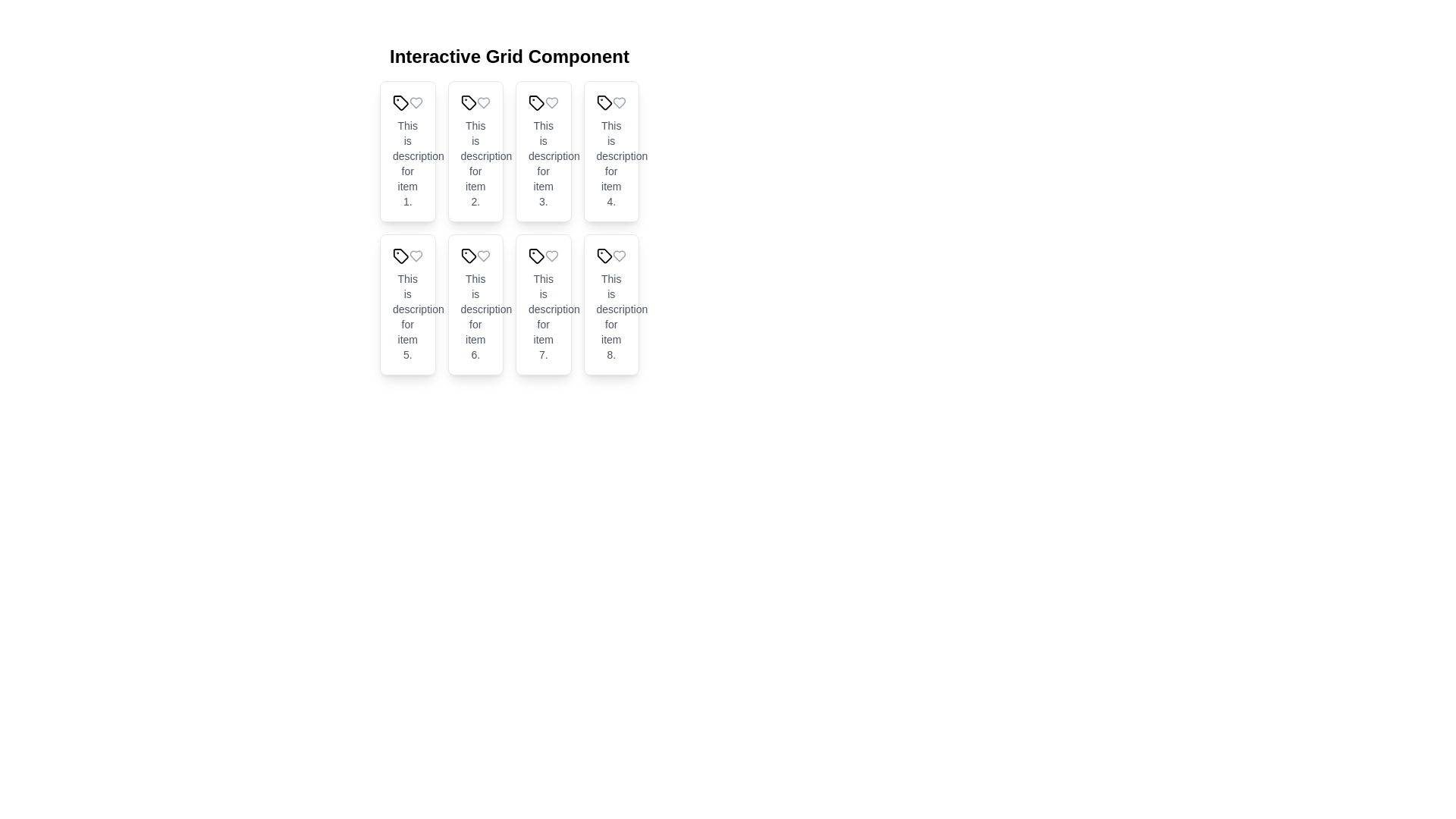 The width and height of the screenshot is (1456, 819). I want to click on the graphical icon resembling a label or tag, which is outlined and positioned within 'Tile 7' on the leftmost side, so click(536, 256).